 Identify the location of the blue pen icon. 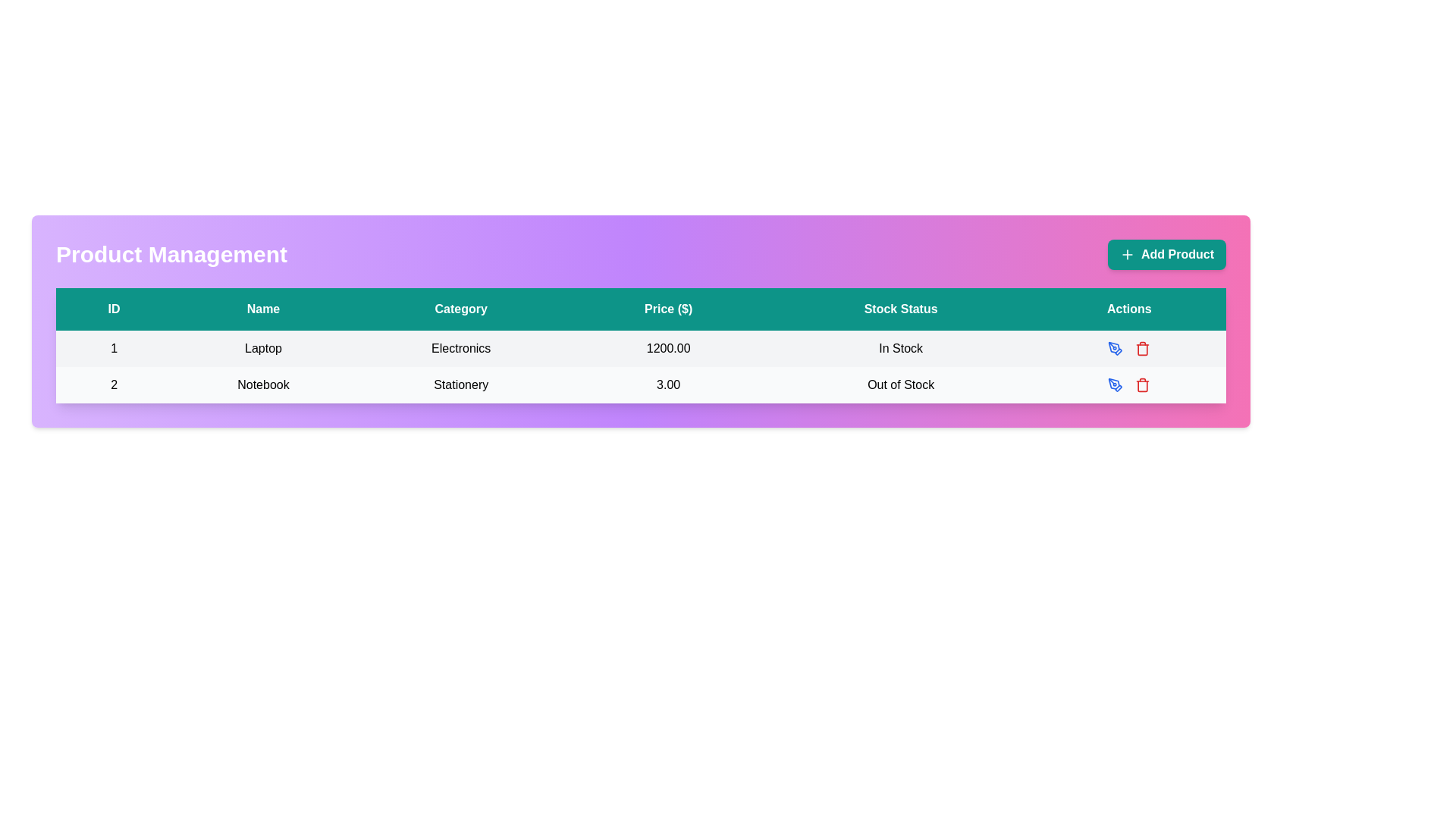
(1116, 384).